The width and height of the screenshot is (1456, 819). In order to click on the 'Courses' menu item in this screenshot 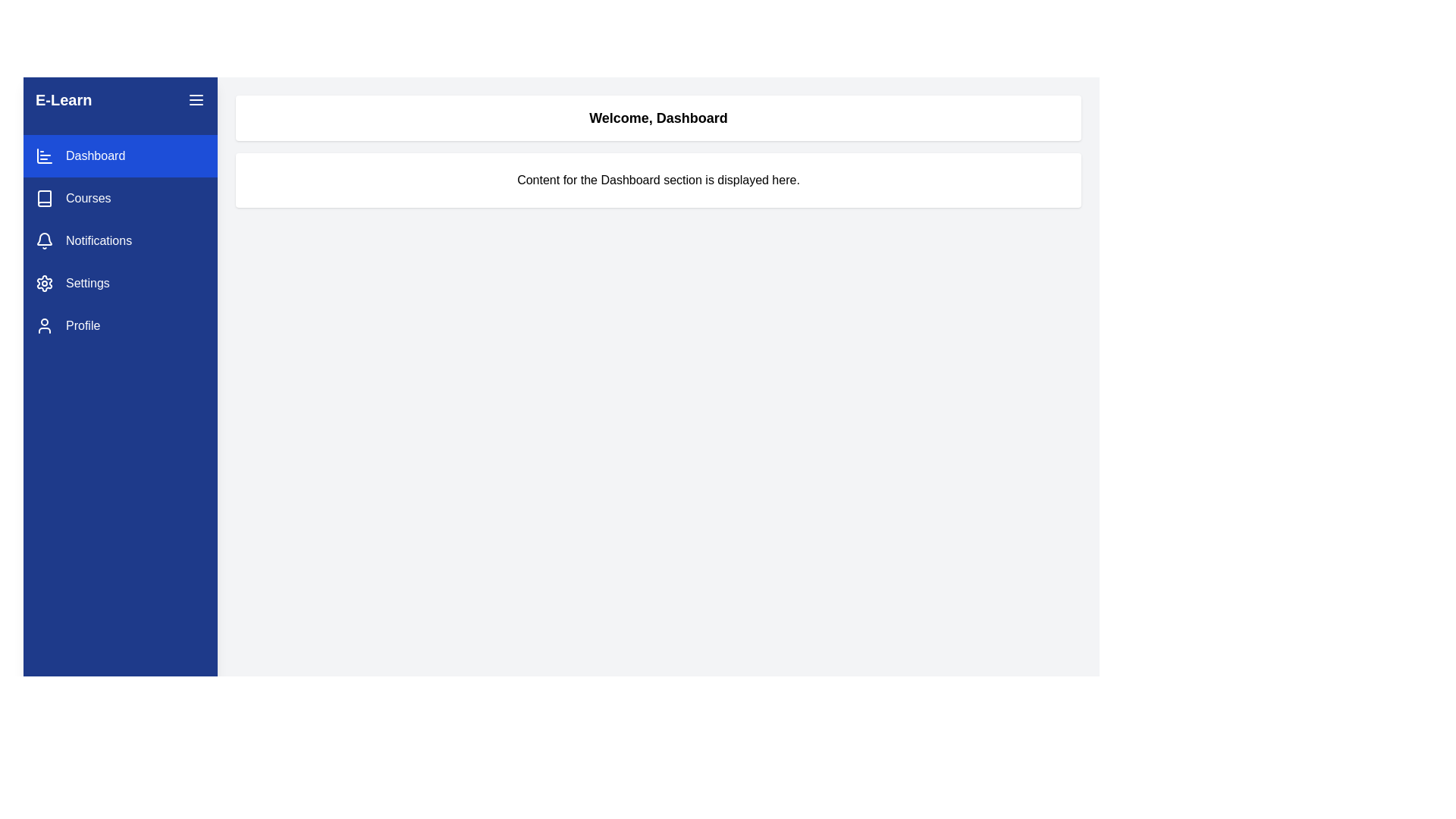, I will do `click(119, 198)`.